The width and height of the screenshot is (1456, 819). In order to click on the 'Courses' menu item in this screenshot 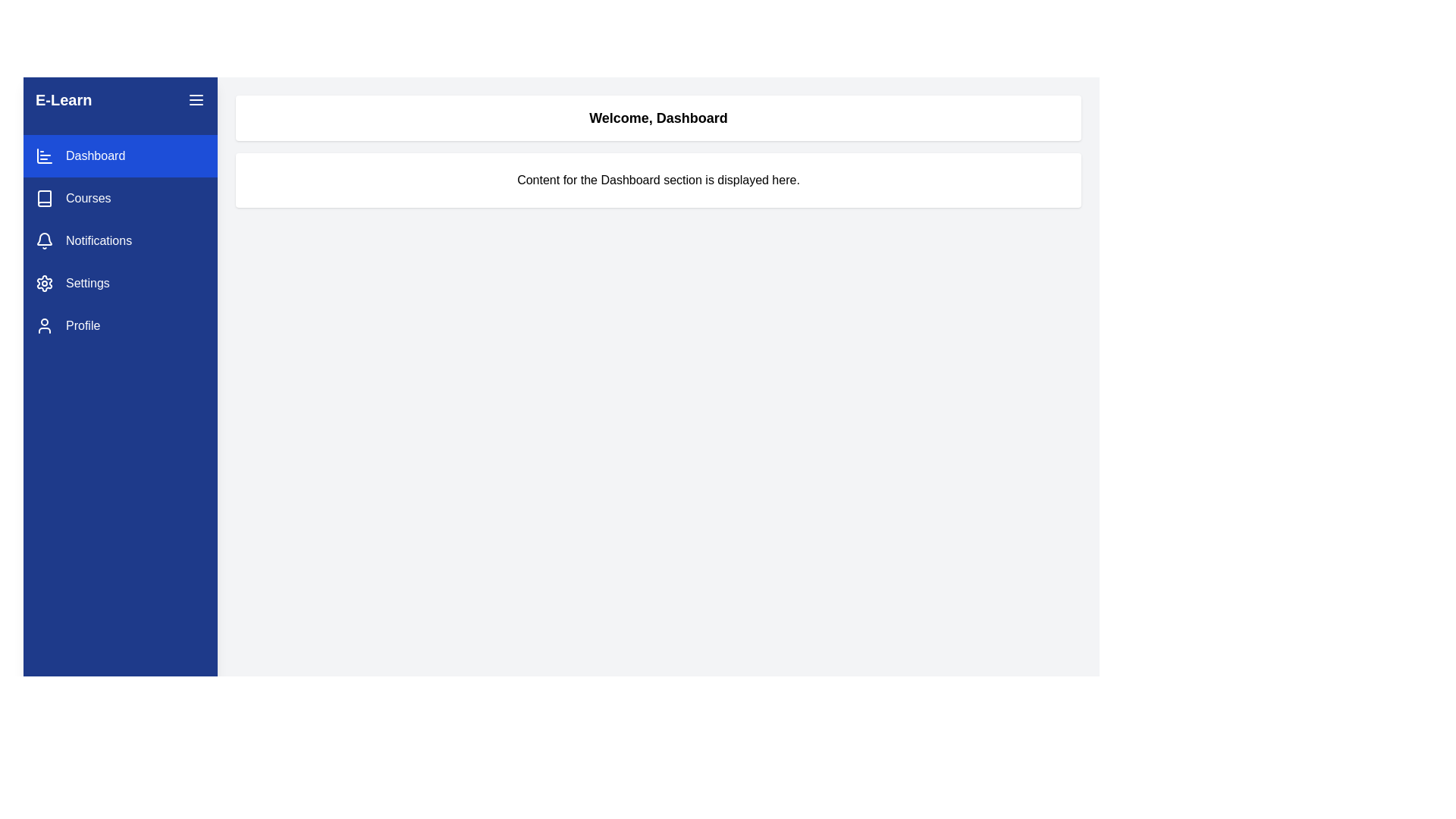, I will do `click(119, 198)`.